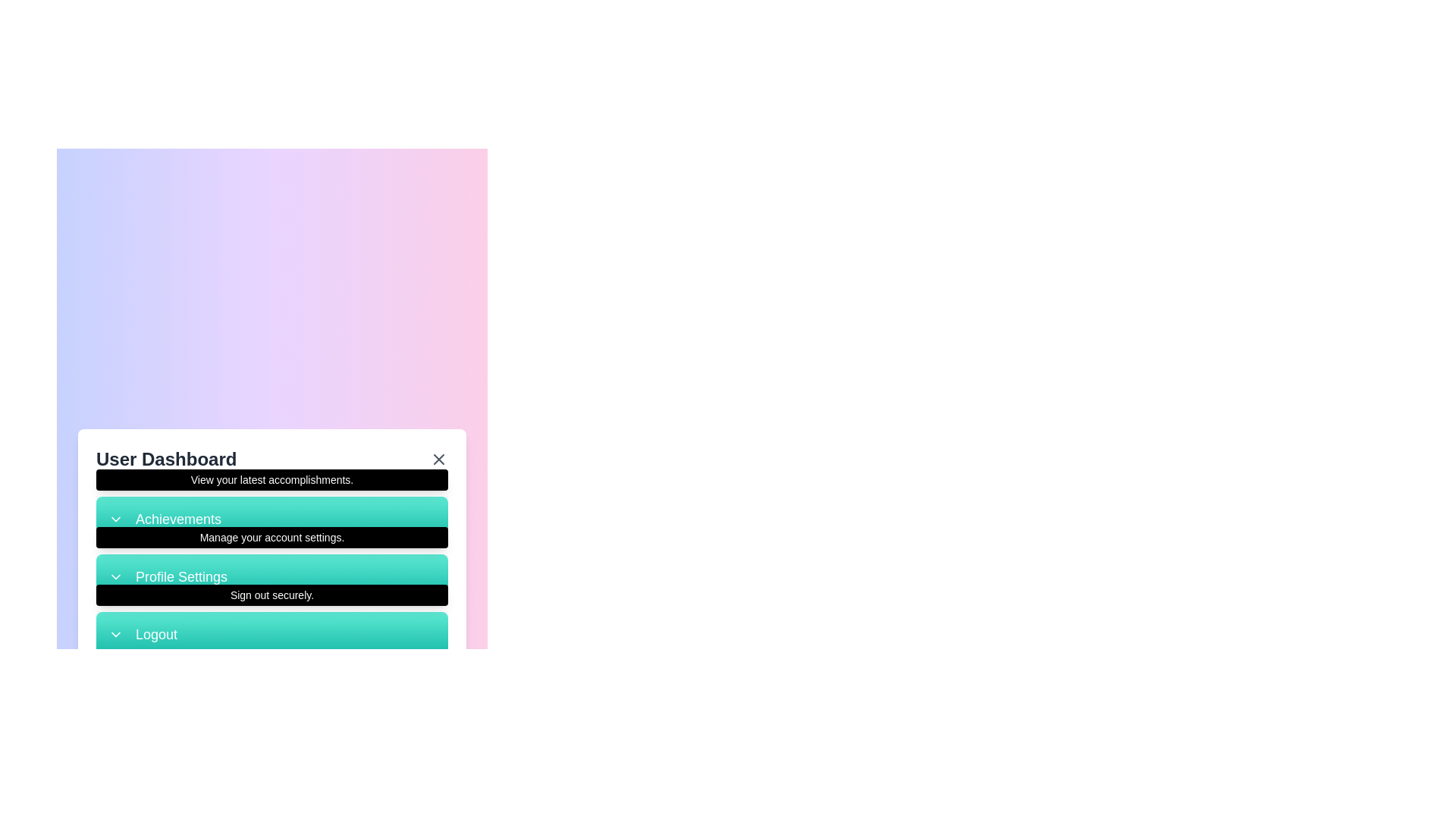 The height and width of the screenshot is (819, 1456). I want to click on the small 'X' icon with a dark gray stroke located in the top right corner of the User Dashboard, so click(438, 458).